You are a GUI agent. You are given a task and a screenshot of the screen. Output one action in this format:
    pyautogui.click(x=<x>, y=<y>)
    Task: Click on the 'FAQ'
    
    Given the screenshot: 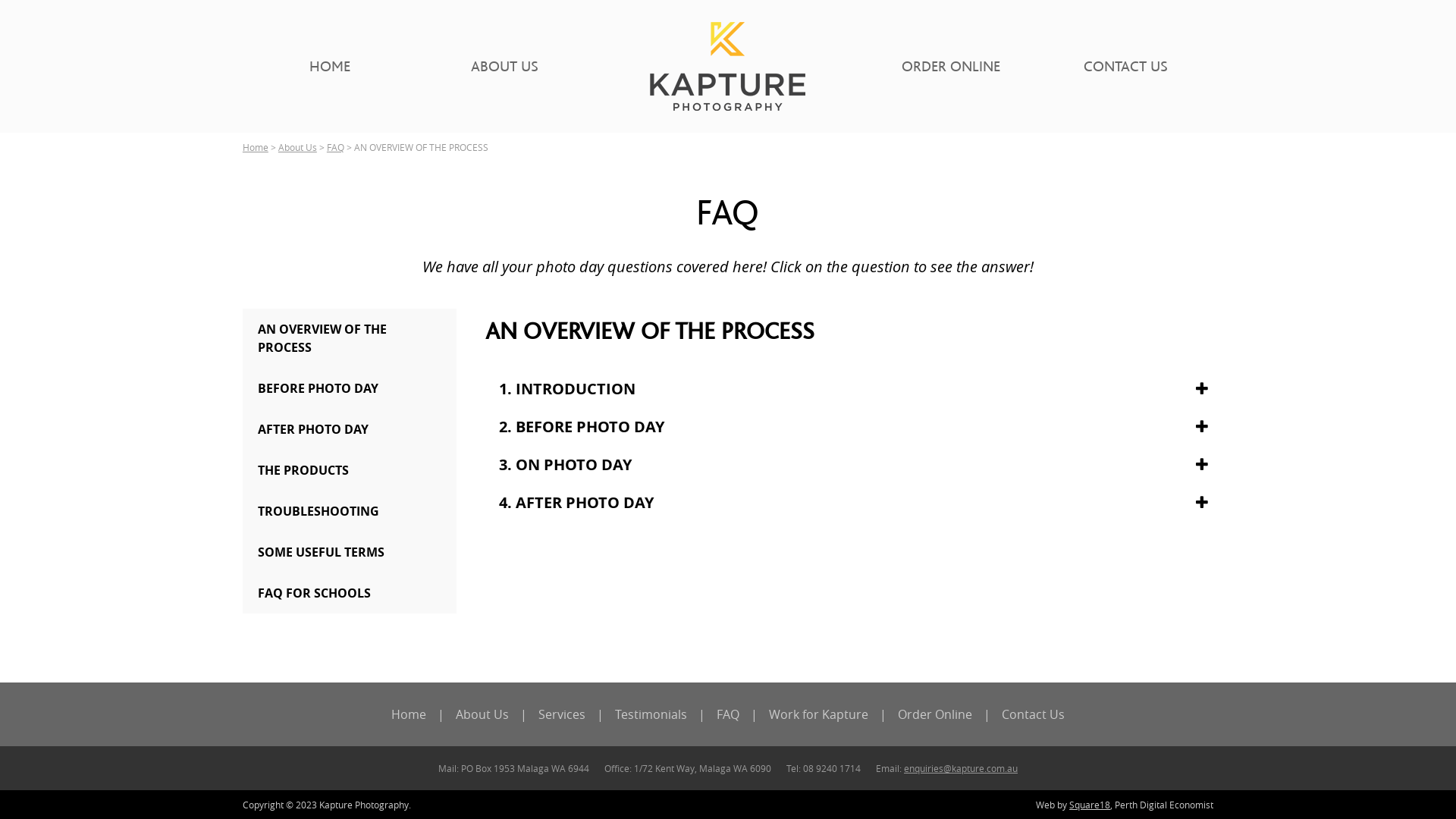 What is the action you would take?
    pyautogui.click(x=728, y=714)
    